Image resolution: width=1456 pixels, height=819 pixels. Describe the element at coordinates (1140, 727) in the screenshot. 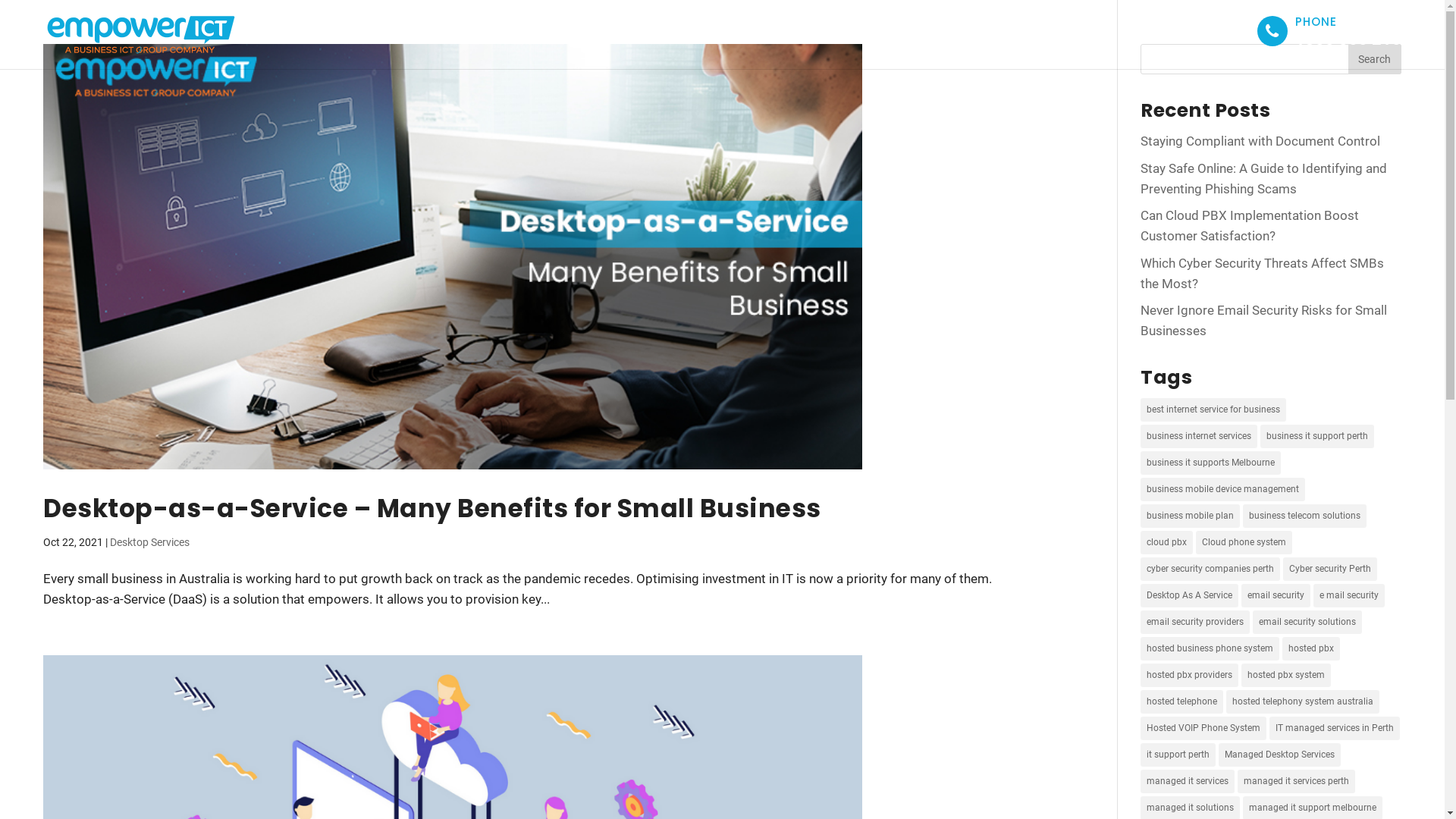

I see `'Hosted VOIP Phone System'` at that location.